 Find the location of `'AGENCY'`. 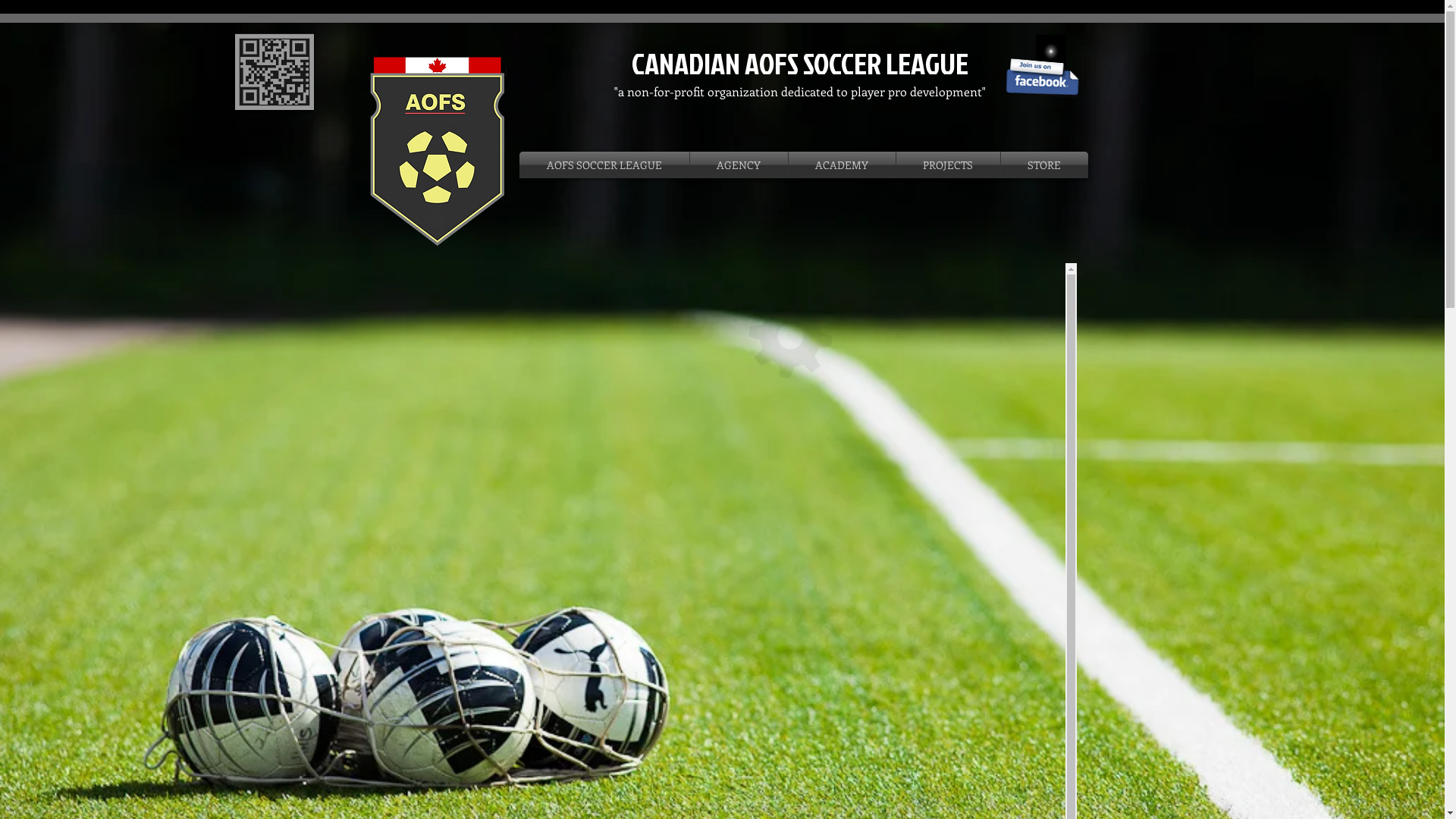

'AGENCY' is located at coordinates (689, 165).